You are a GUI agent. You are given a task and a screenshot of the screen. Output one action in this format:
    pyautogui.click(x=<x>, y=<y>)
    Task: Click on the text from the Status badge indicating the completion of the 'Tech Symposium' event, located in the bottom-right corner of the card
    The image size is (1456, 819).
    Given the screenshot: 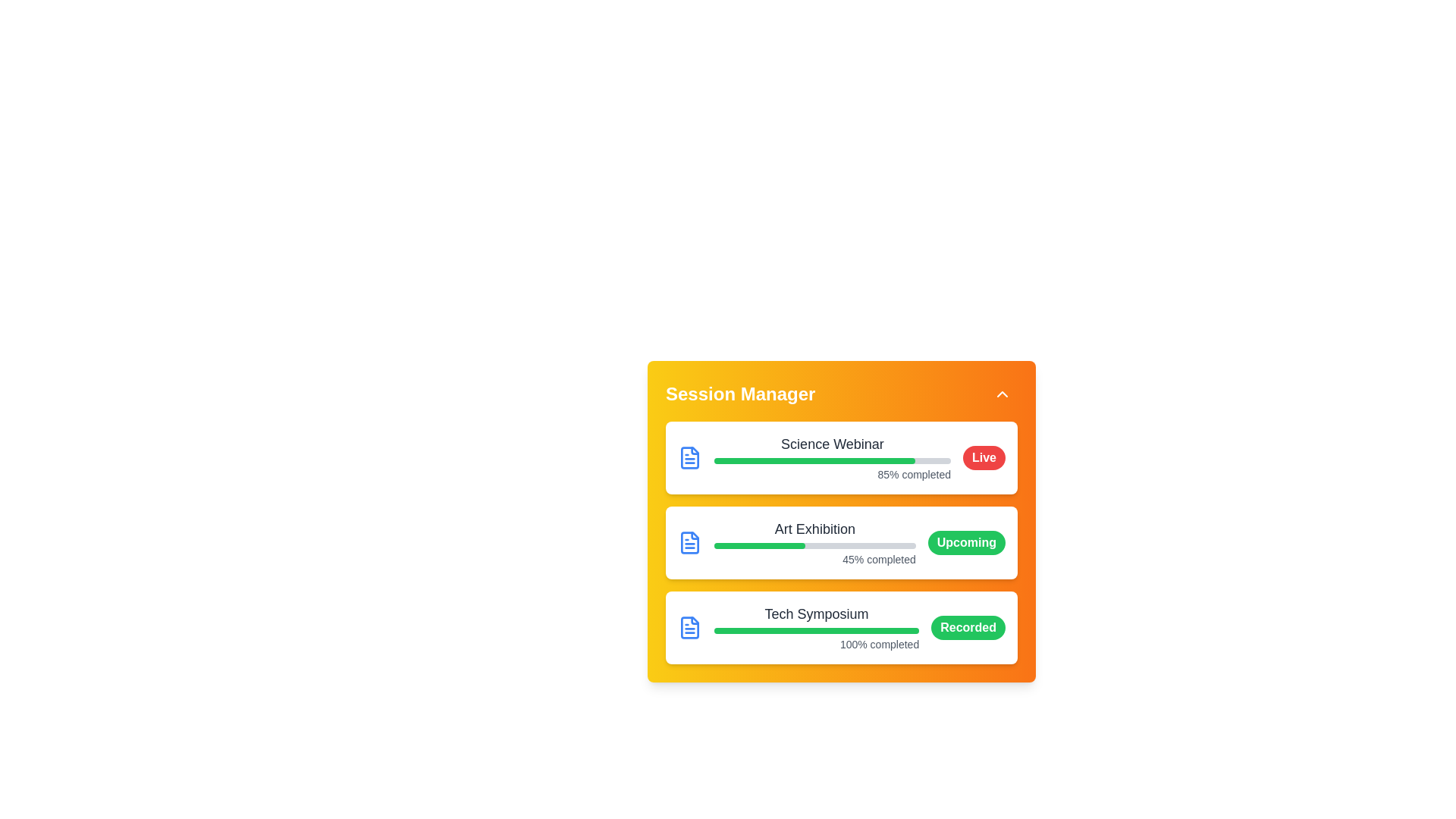 What is the action you would take?
    pyautogui.click(x=968, y=628)
    